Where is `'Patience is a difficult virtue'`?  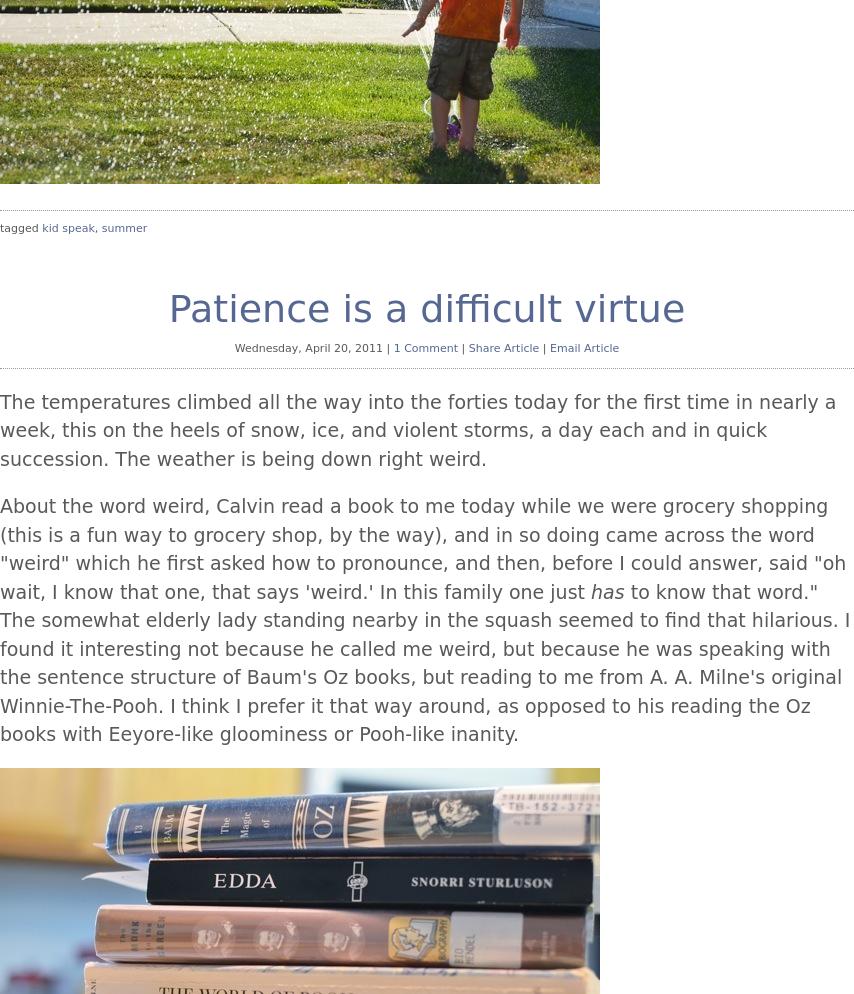 'Patience is a difficult virtue' is located at coordinates (426, 308).